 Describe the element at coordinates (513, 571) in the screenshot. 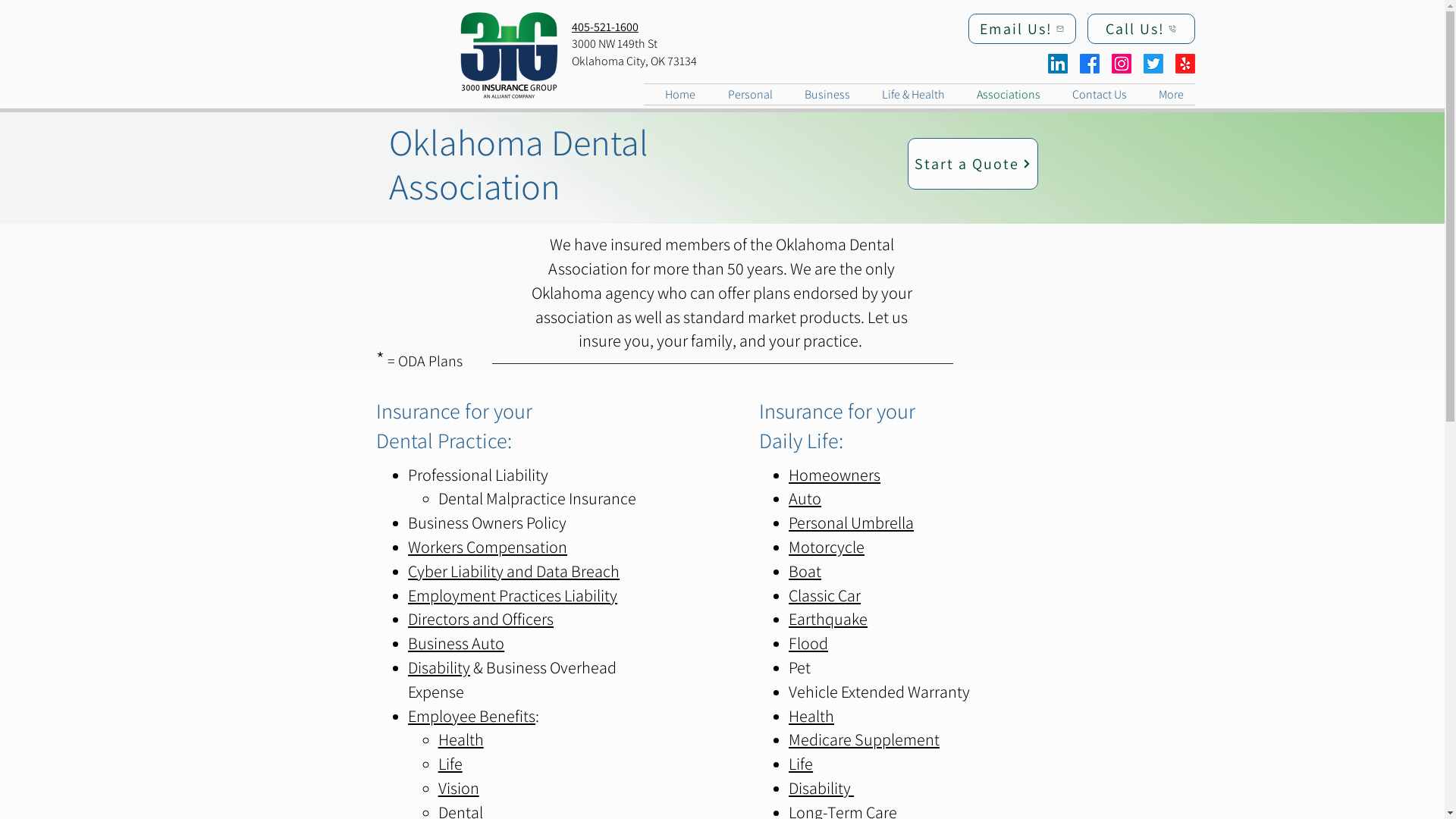

I see `'Cyber Liability and Data Breach'` at that location.